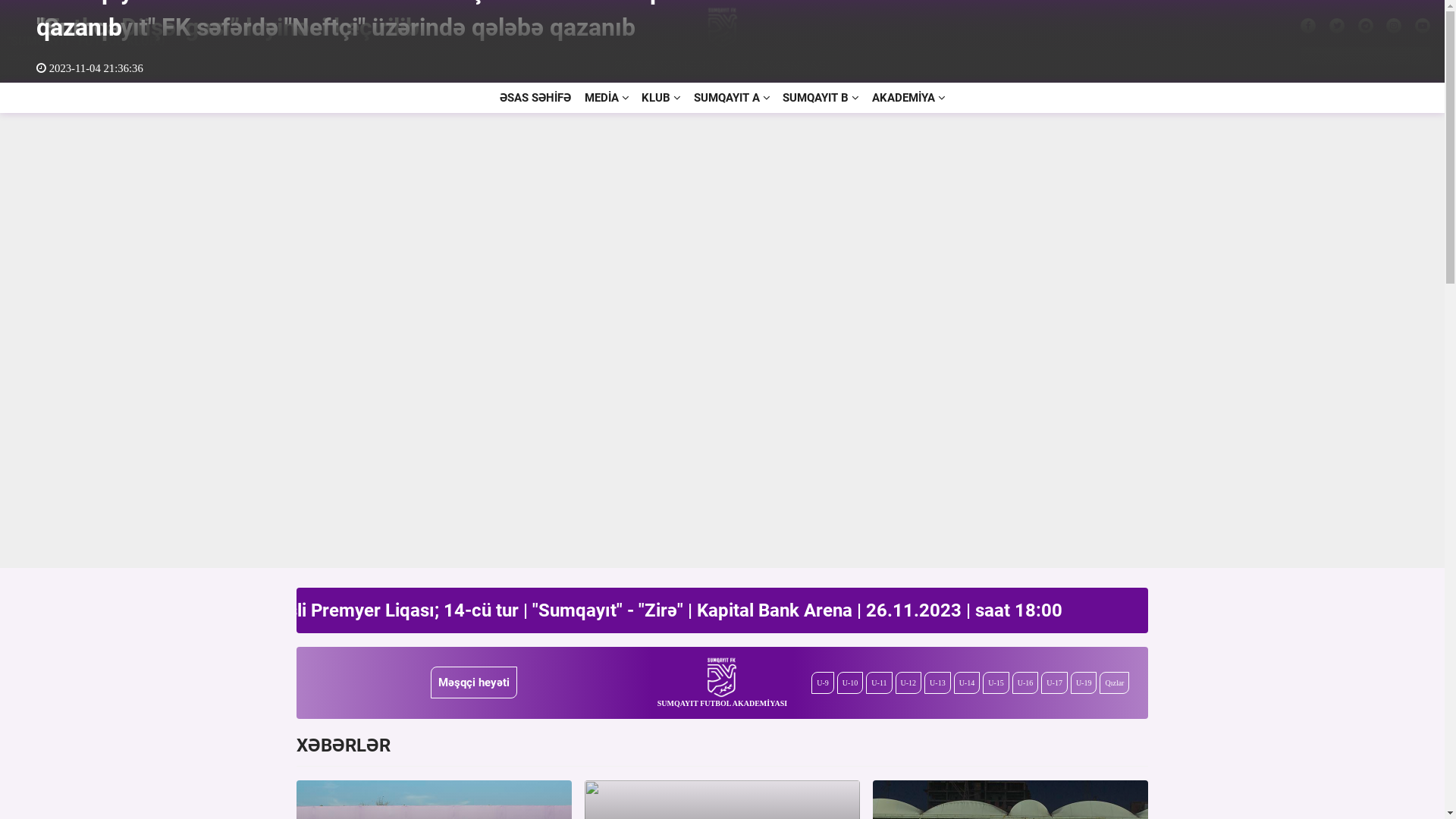  Describe the element at coordinates (661, 97) in the screenshot. I see `'KLUB'` at that location.